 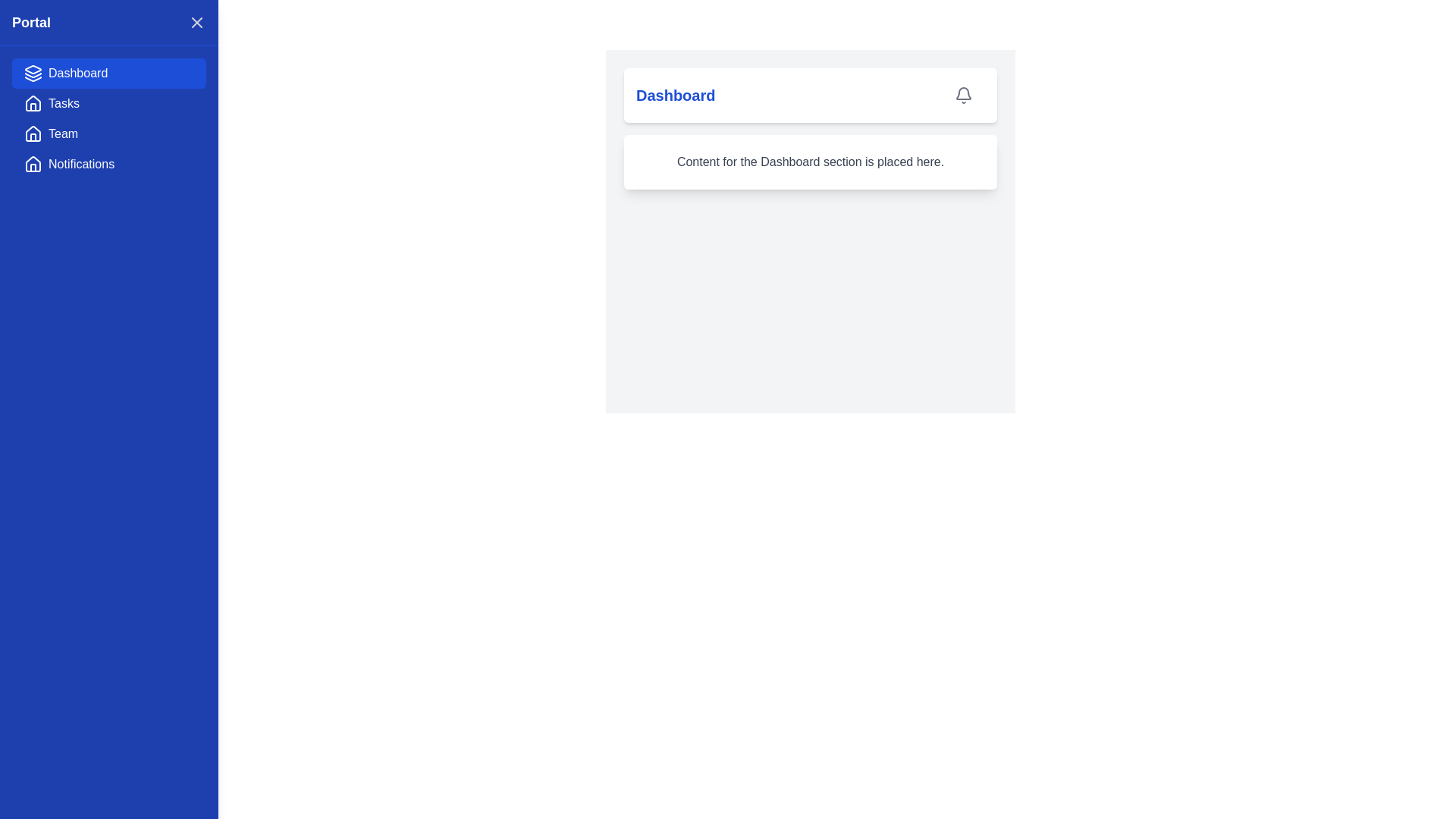 What do you see at coordinates (33, 106) in the screenshot?
I see `the lower part of the house icon representing the 'Tasks' option in the left sidebar menu of the application` at bounding box center [33, 106].